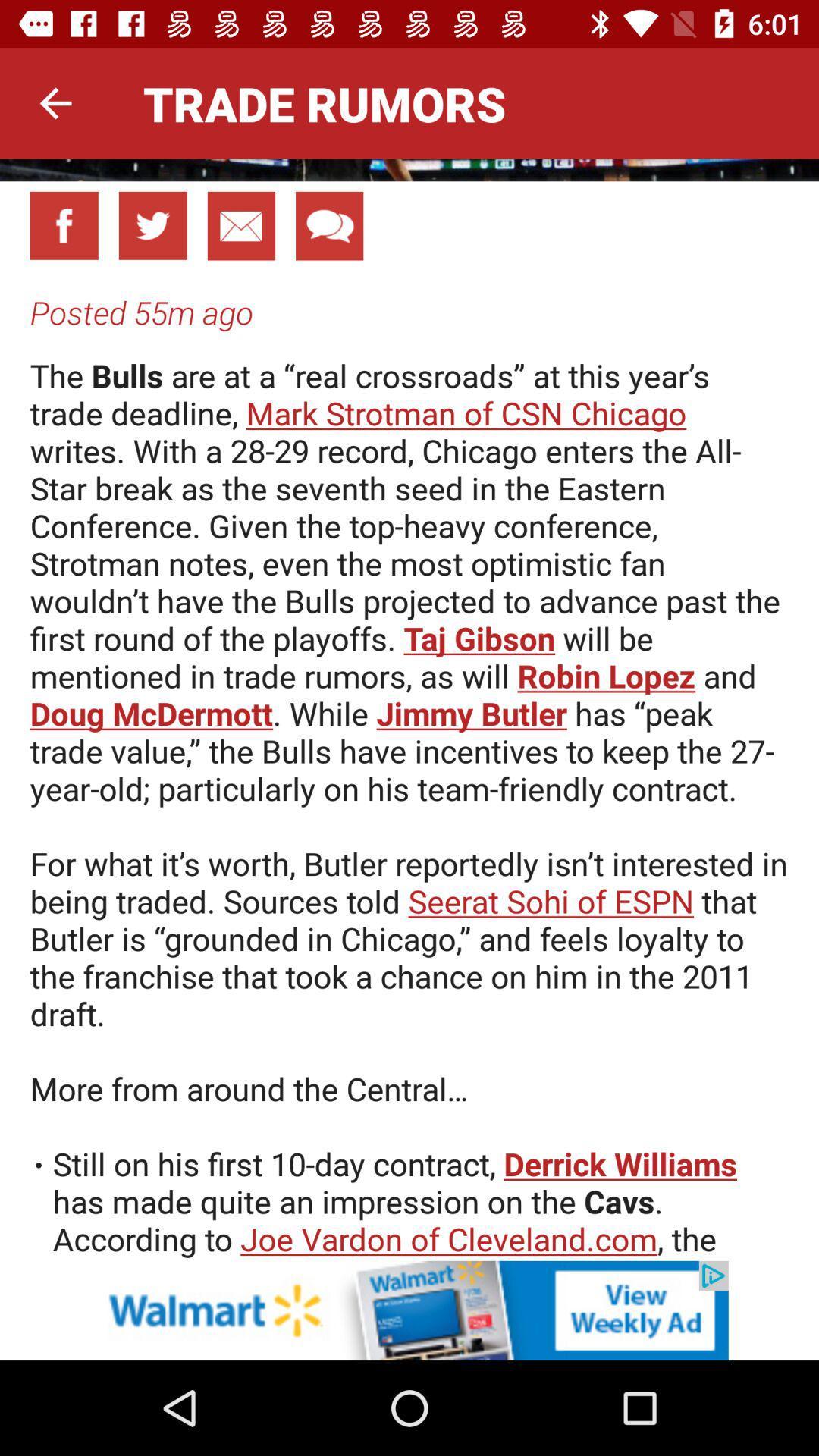 The width and height of the screenshot is (819, 1456). What do you see at coordinates (63, 224) in the screenshot?
I see `the facebook icon` at bounding box center [63, 224].